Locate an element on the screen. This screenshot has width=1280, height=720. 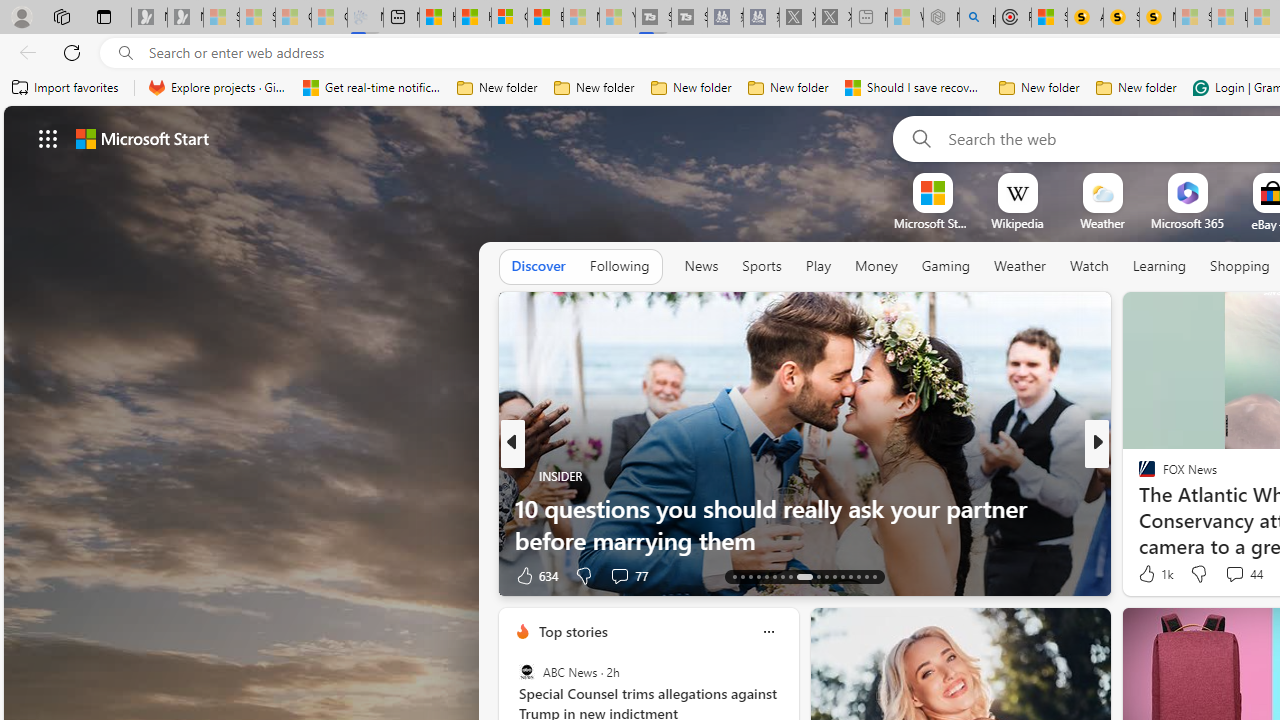
'Play' is located at coordinates (818, 266).